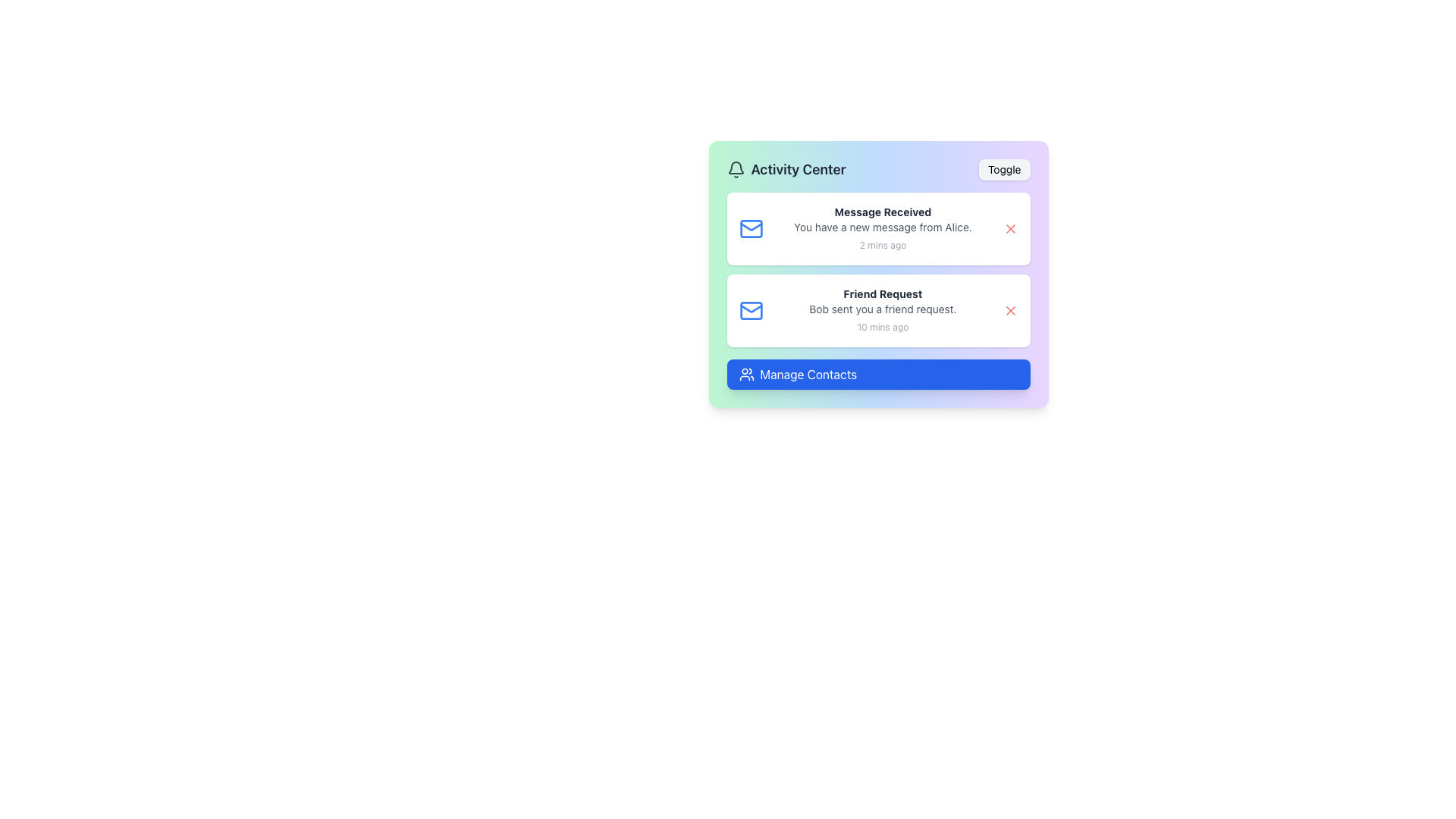 The width and height of the screenshot is (1456, 819). Describe the element at coordinates (1010, 228) in the screenshot. I see `the close button located on the right side of the notification card in the Activity Center interface, adjacent to 'Message Received'` at that location.